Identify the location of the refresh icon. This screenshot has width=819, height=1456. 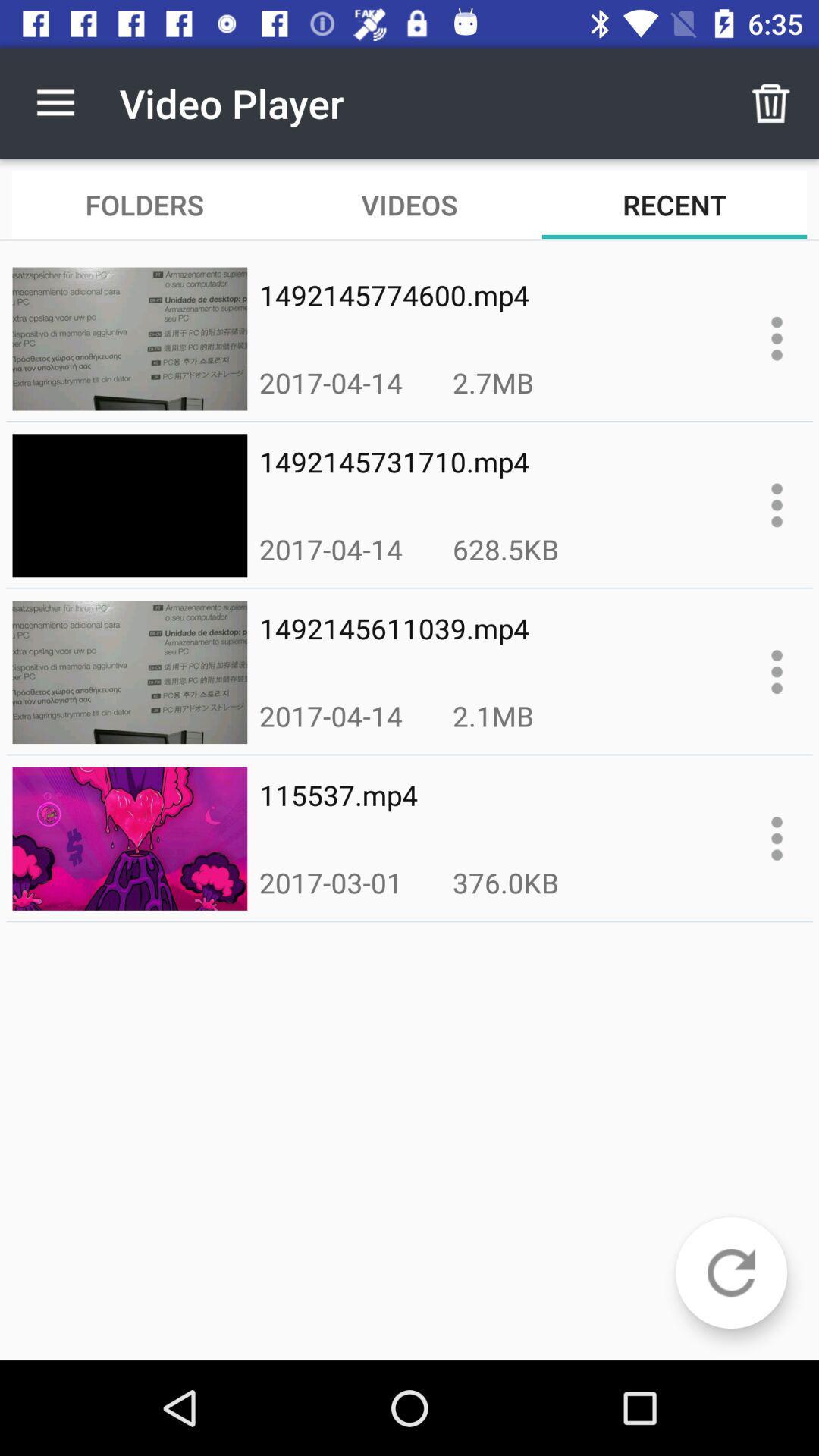
(730, 1272).